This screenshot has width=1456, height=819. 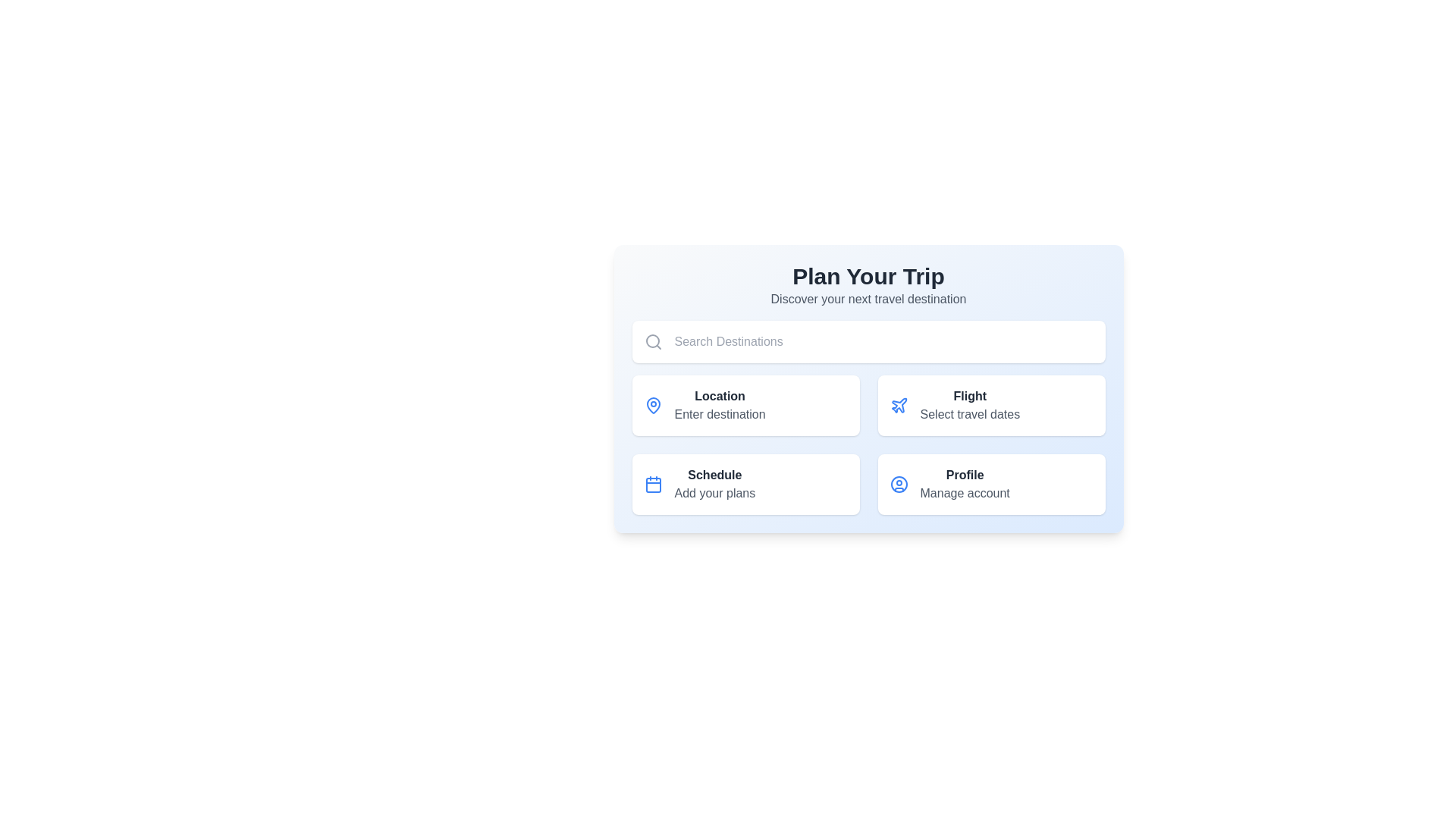 I want to click on the circular blue user icon located on the left side of the 'Profile Manage account' section, which is in the lower-right corner of the main interface under 'Plan Your Trip', so click(x=899, y=485).